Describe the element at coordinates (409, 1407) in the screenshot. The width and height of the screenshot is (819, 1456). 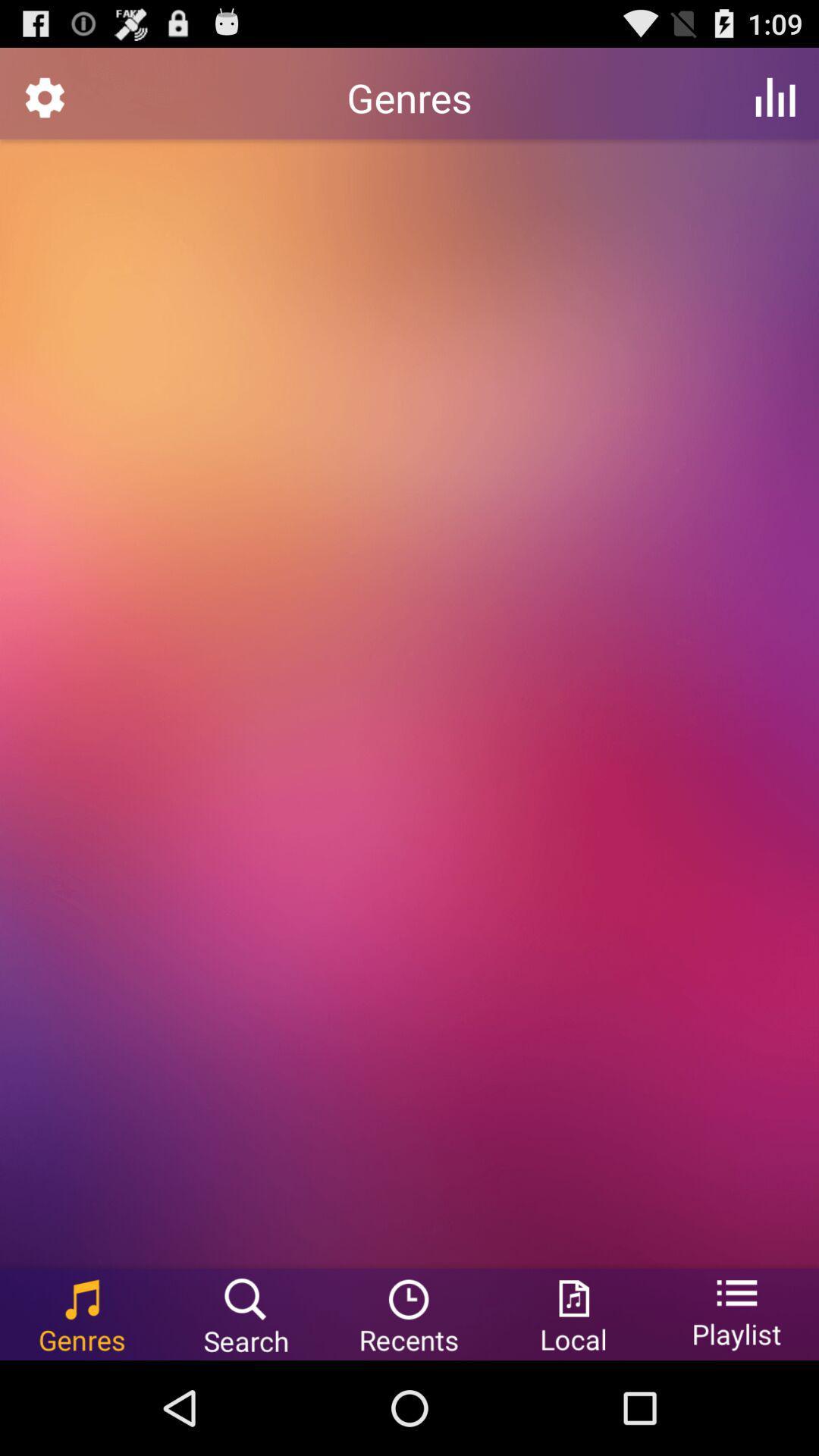
I see `the time icon` at that location.